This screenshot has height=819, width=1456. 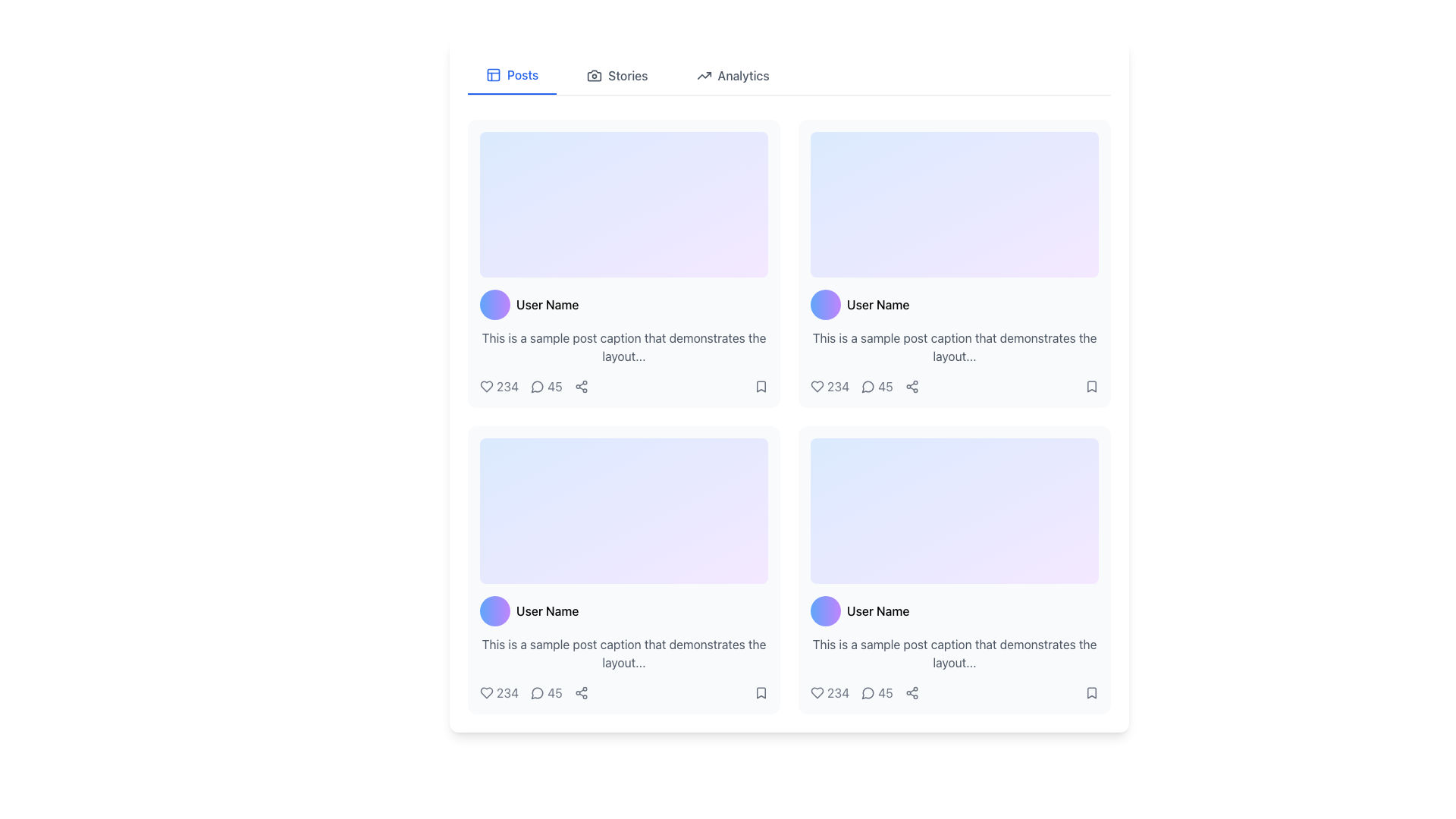 What do you see at coordinates (537, 693) in the screenshot?
I see `the circular comment icon with a speech bubble design located at the bottom section of the content card` at bounding box center [537, 693].